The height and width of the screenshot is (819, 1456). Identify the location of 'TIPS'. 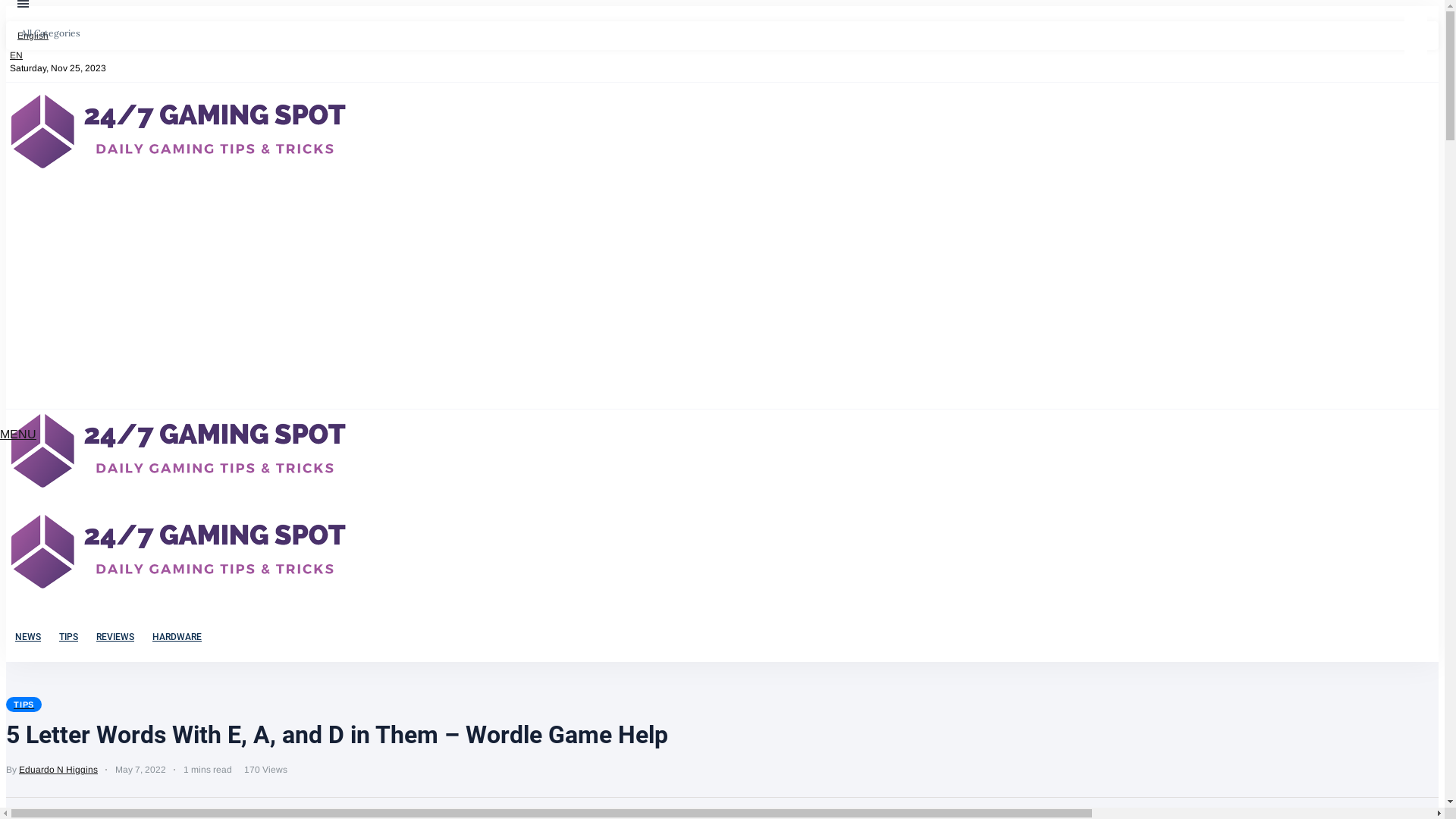
(67, 637).